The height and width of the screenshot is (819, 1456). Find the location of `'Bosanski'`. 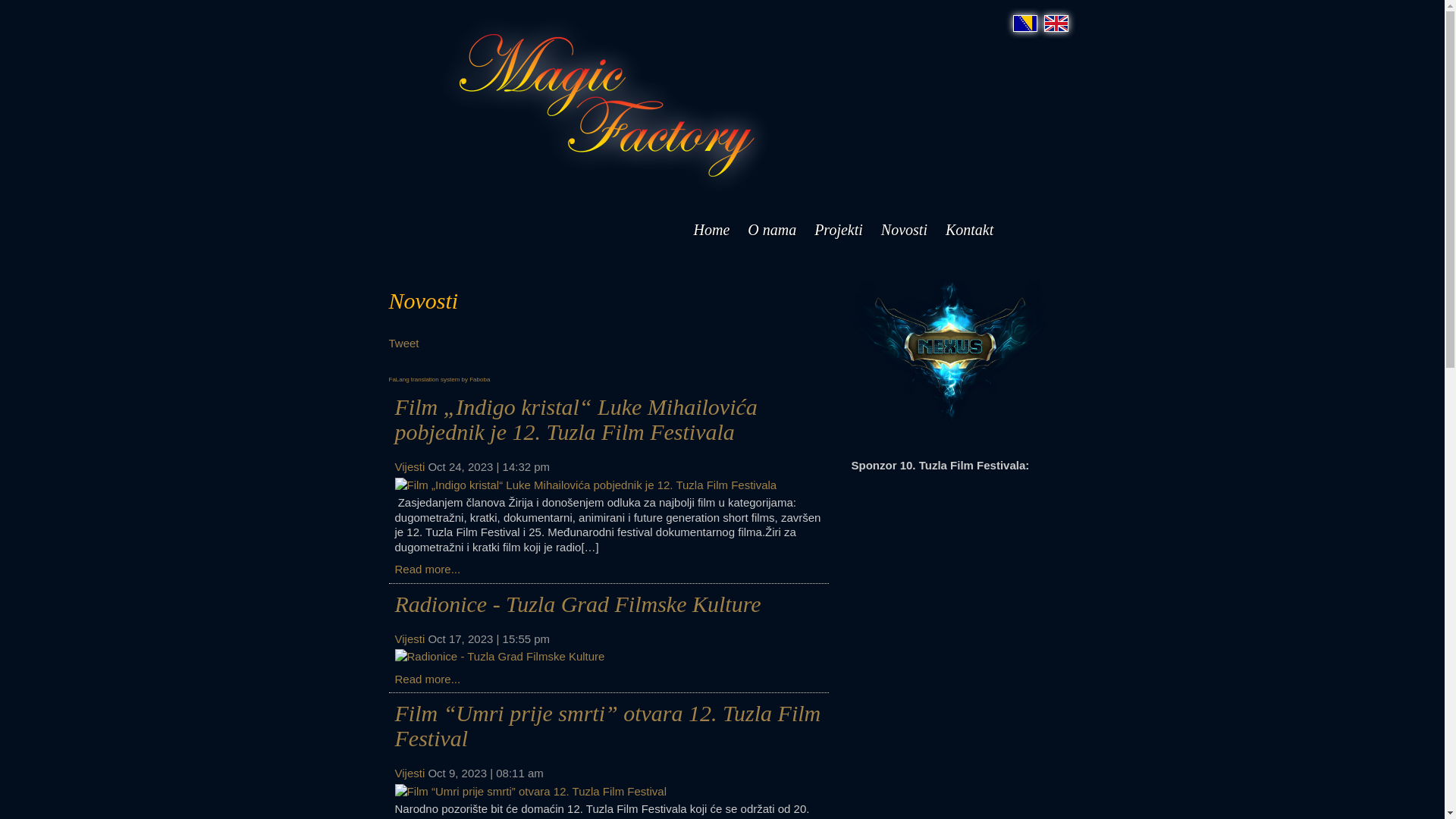

'Bosanski' is located at coordinates (1012, 23).